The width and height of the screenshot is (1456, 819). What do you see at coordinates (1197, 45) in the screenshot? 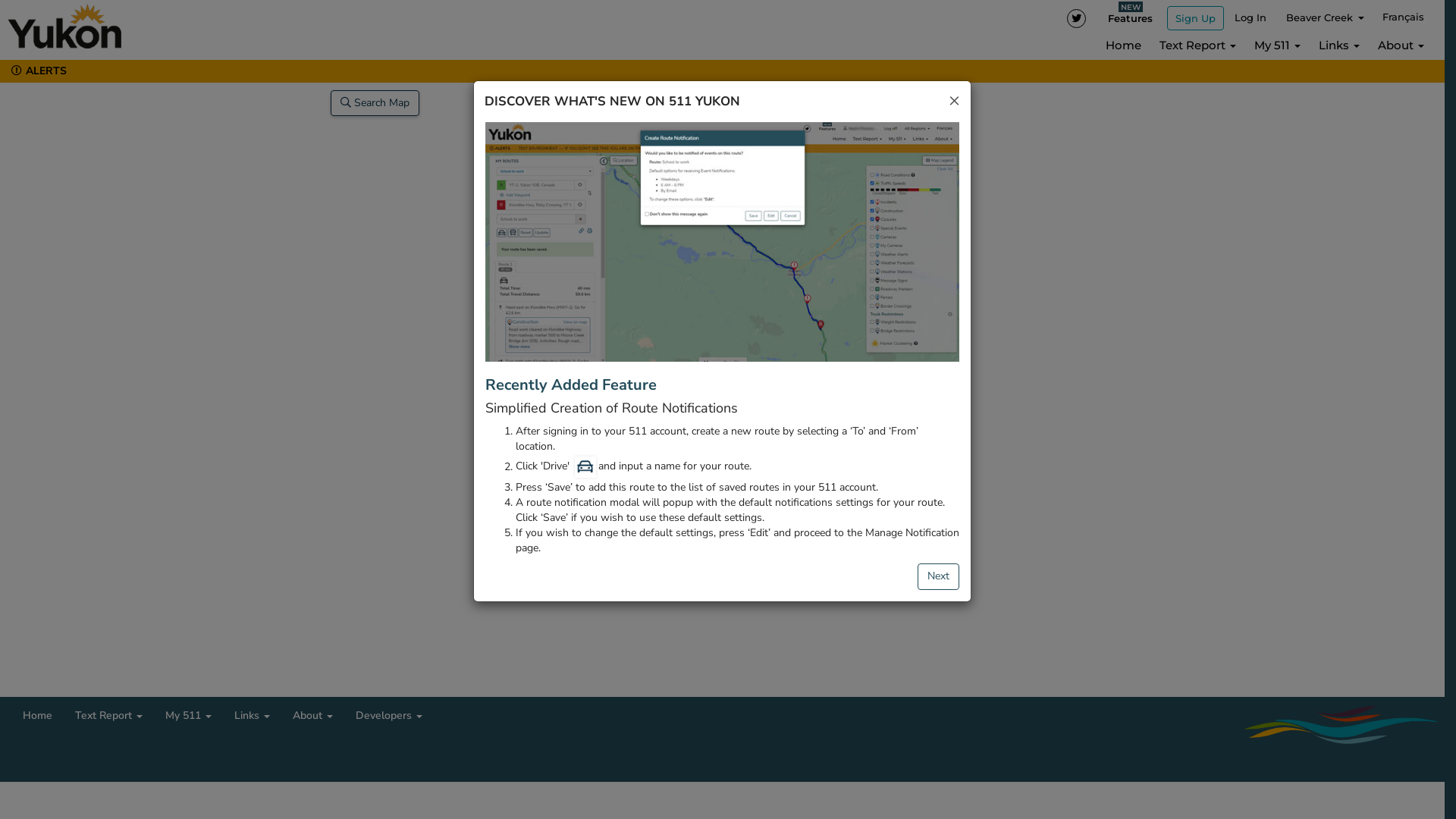
I see `'Text Report'` at bounding box center [1197, 45].